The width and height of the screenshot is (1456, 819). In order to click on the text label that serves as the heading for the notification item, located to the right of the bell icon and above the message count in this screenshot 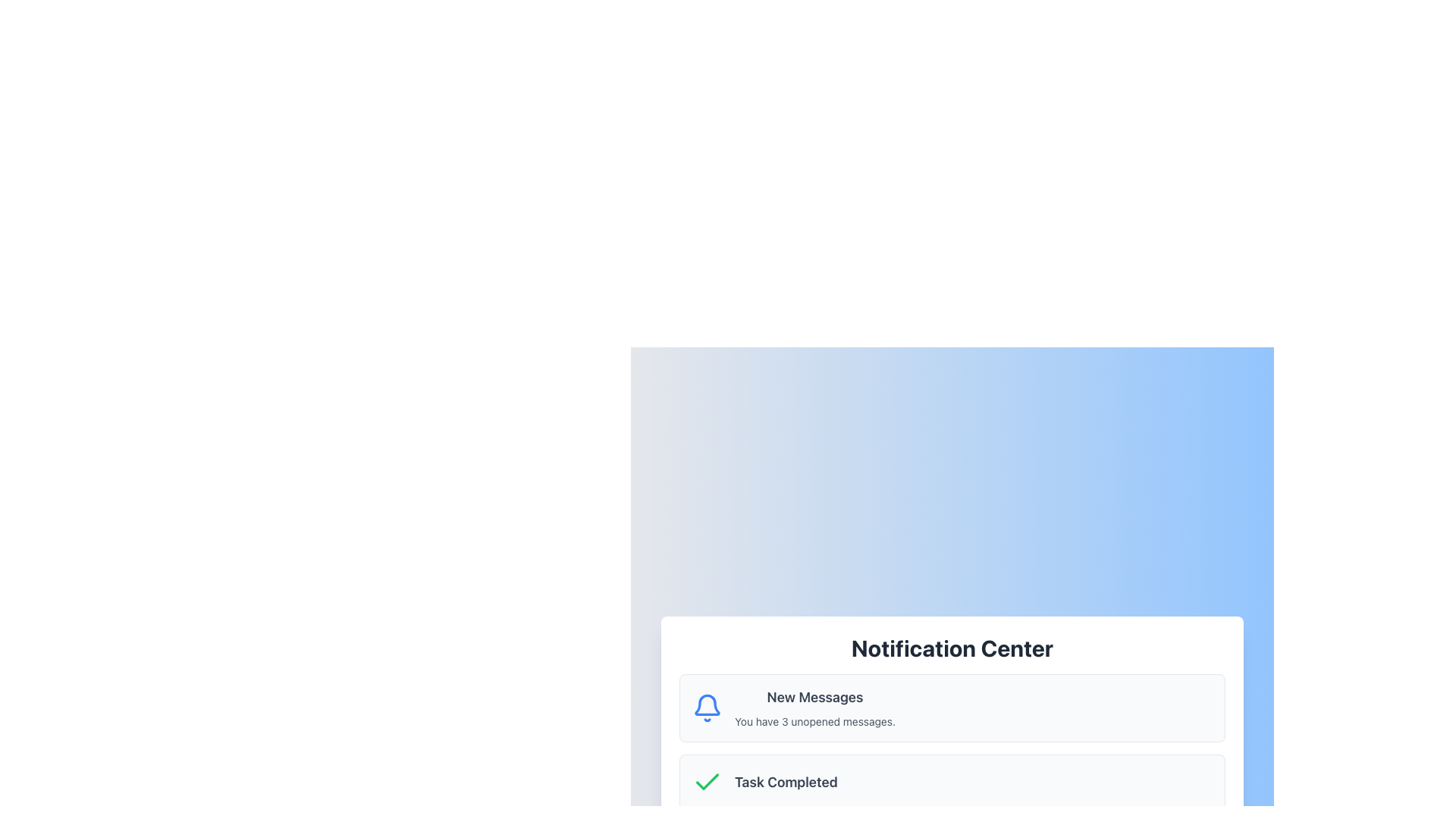, I will do `click(814, 698)`.